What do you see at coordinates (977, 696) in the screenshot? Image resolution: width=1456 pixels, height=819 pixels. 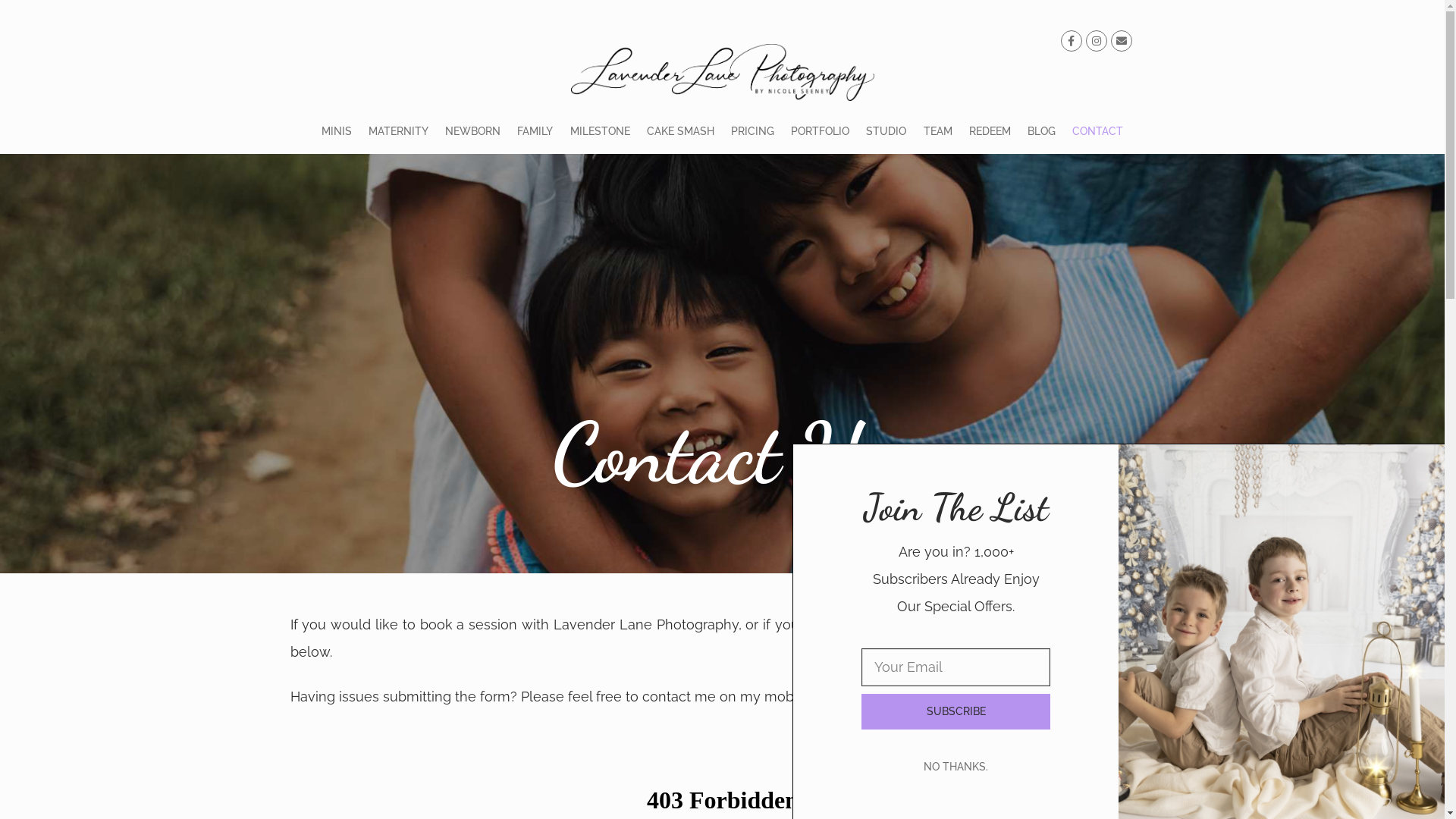 I see `'Facebook'` at bounding box center [977, 696].